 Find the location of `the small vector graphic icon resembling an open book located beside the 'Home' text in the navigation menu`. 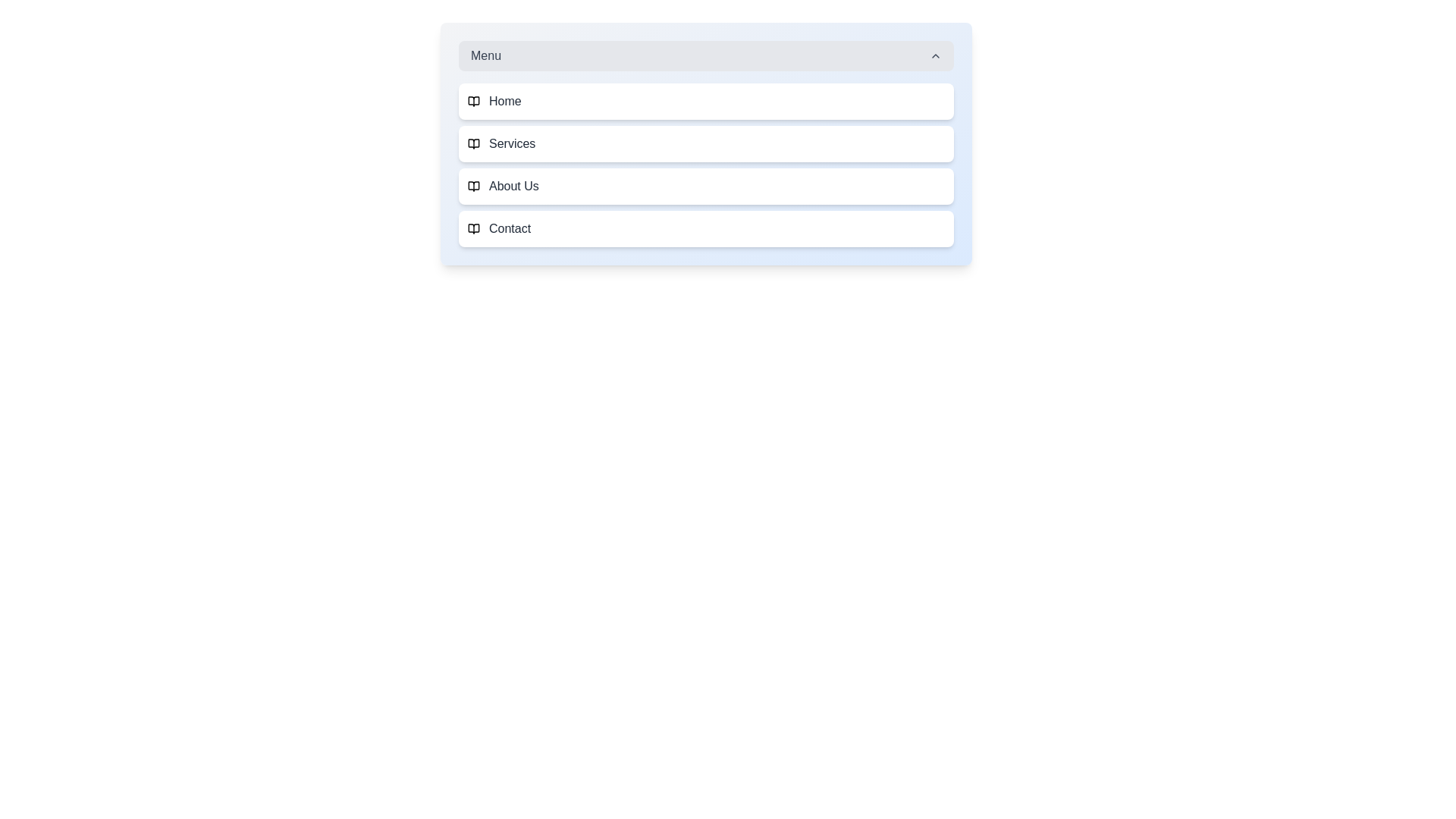

the small vector graphic icon resembling an open book located beside the 'Home' text in the navigation menu is located at coordinates (472, 102).